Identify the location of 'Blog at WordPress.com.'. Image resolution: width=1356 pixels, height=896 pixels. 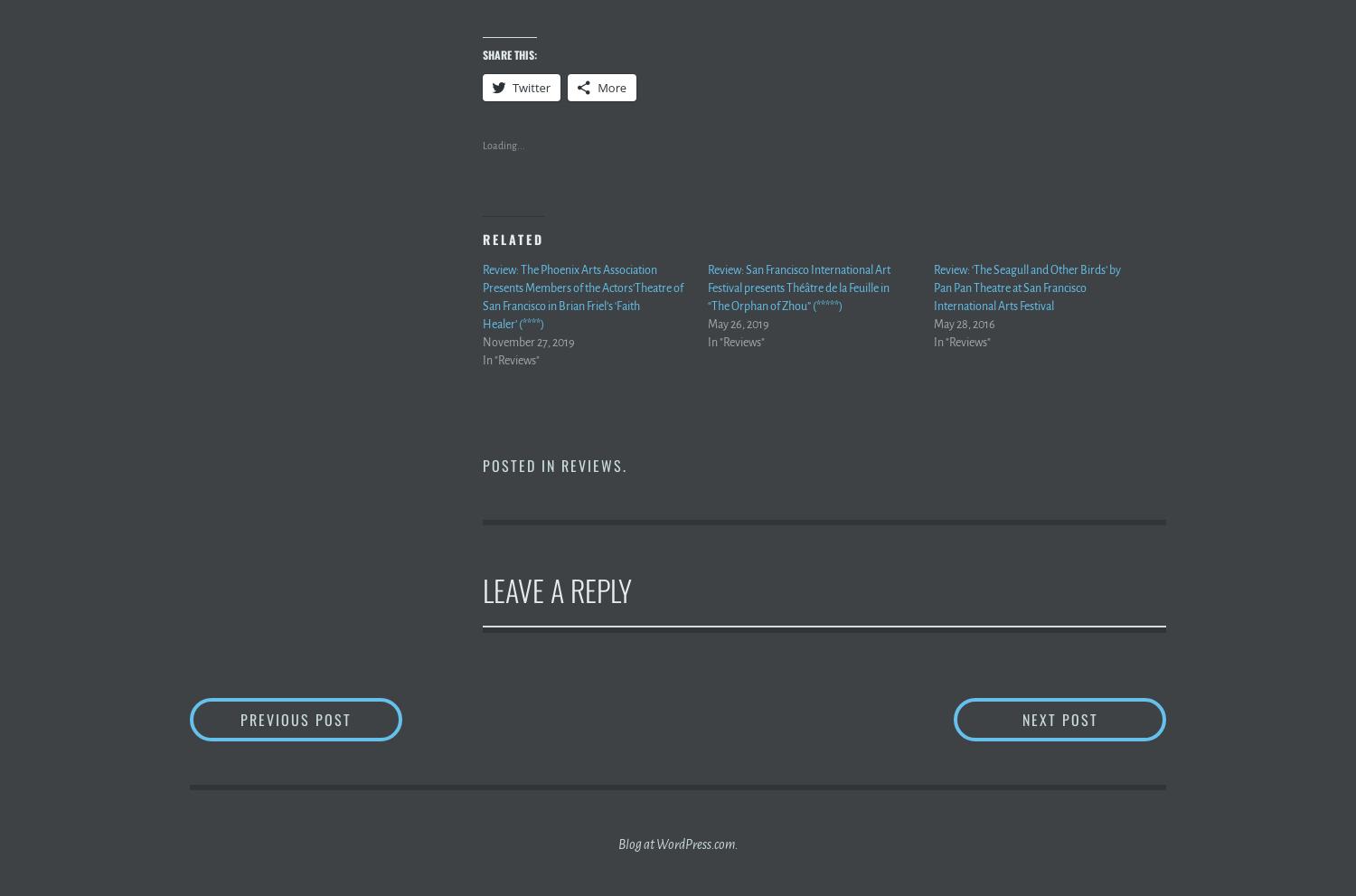
(676, 843).